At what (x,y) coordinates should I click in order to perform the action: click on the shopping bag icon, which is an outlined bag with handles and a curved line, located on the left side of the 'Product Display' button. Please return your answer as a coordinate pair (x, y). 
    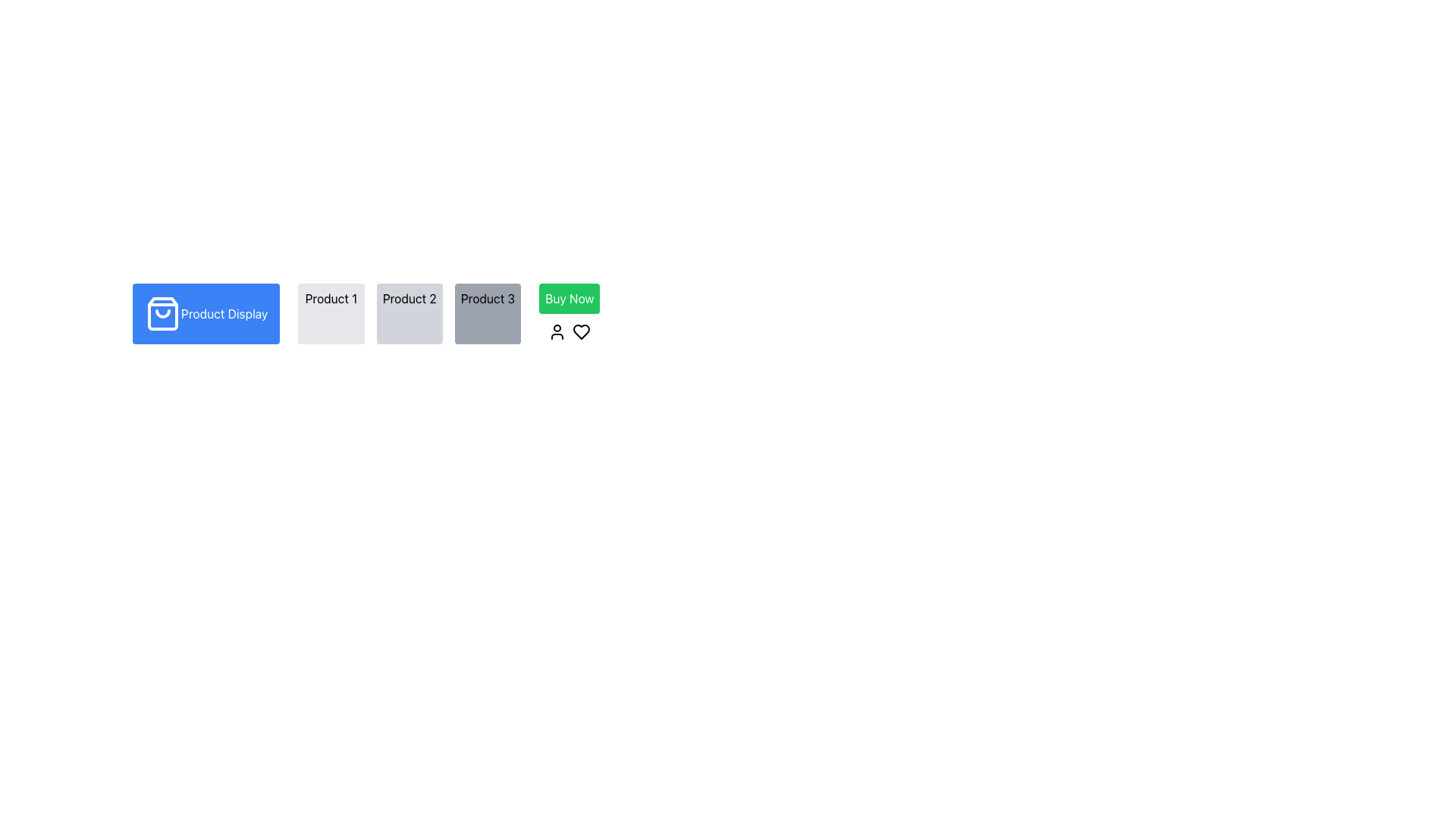
    Looking at the image, I should click on (163, 312).